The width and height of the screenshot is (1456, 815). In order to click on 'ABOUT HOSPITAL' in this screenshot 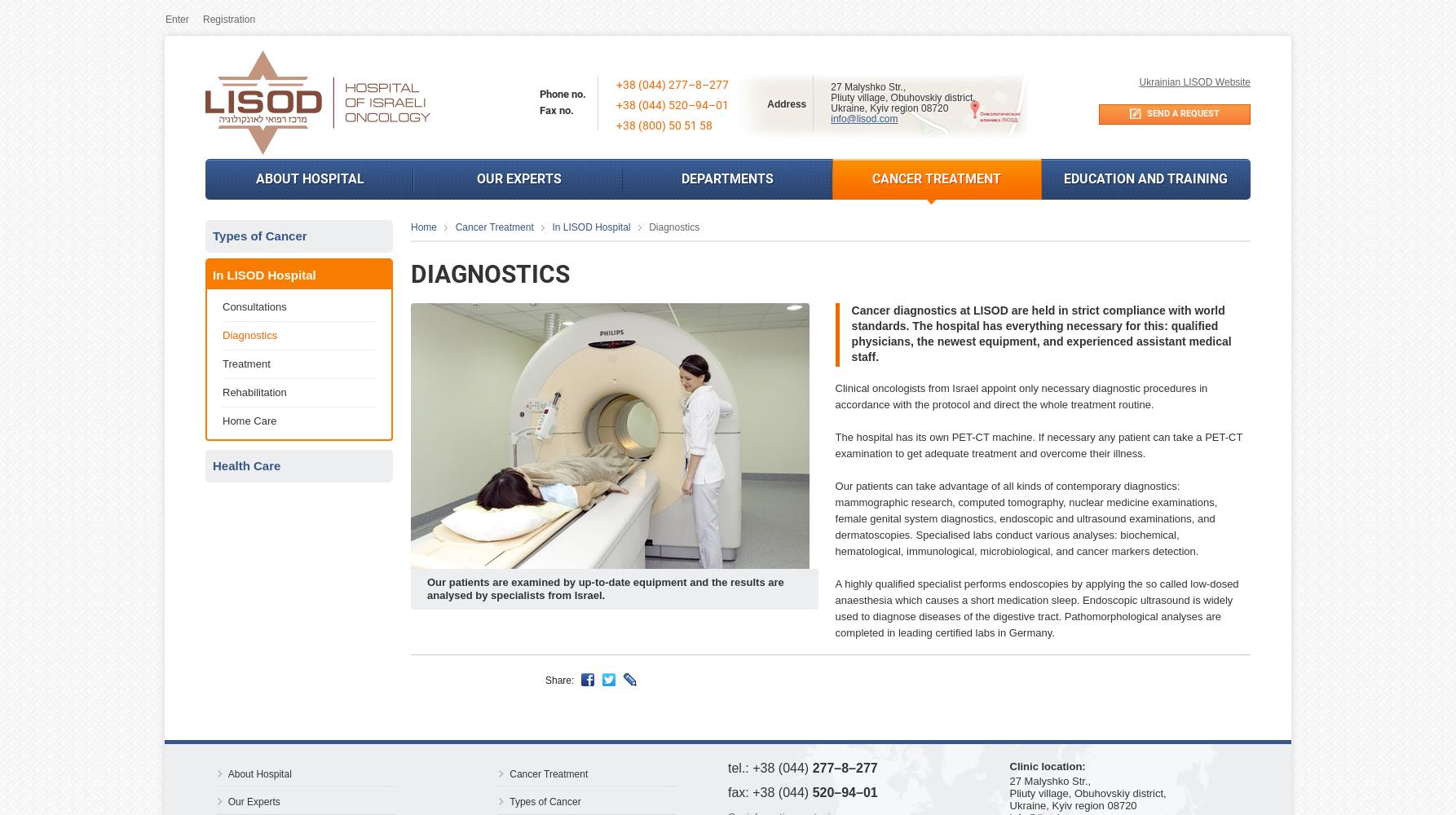, I will do `click(309, 177)`.